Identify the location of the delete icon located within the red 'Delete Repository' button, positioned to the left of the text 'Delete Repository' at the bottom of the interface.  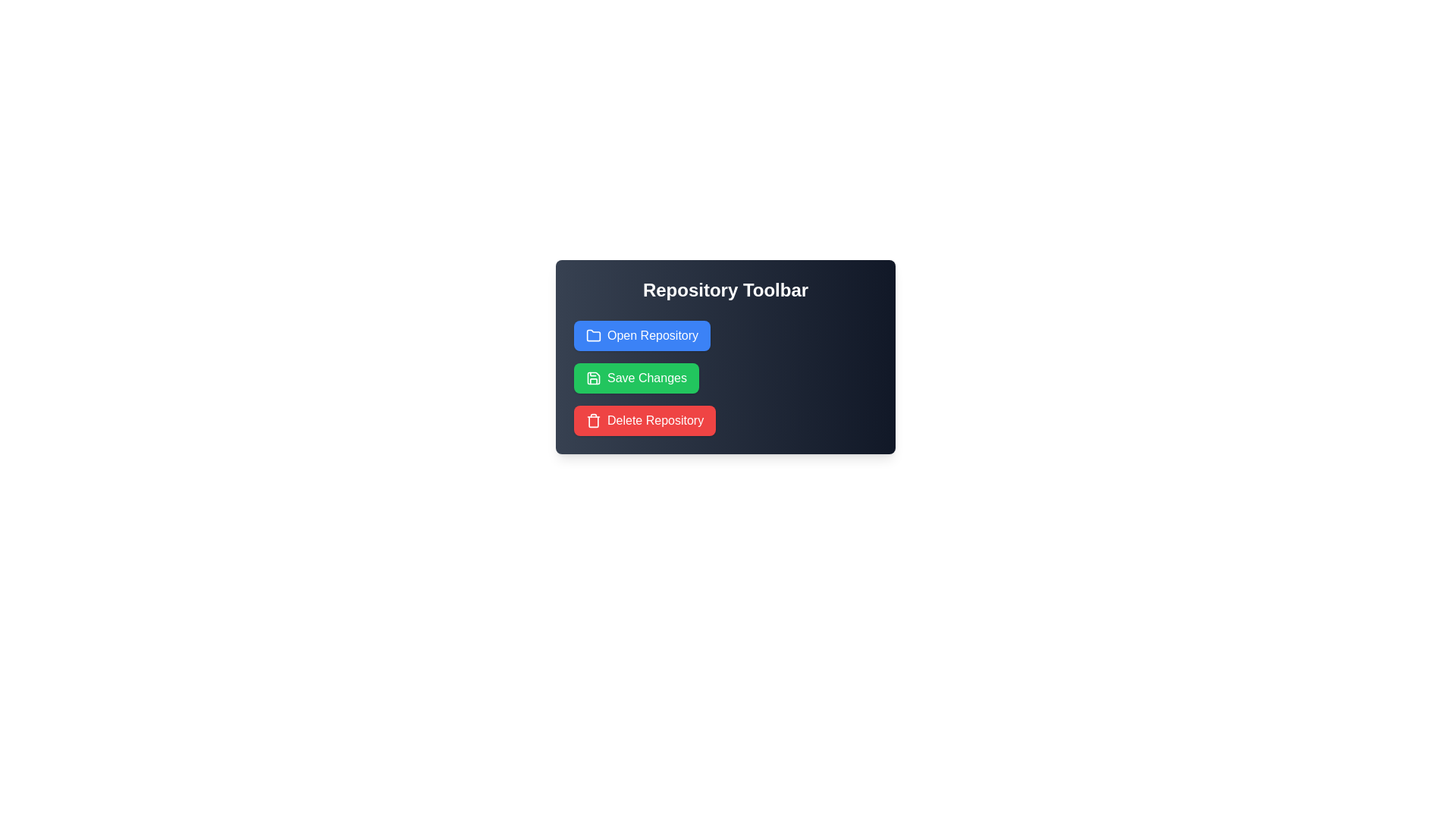
(592, 421).